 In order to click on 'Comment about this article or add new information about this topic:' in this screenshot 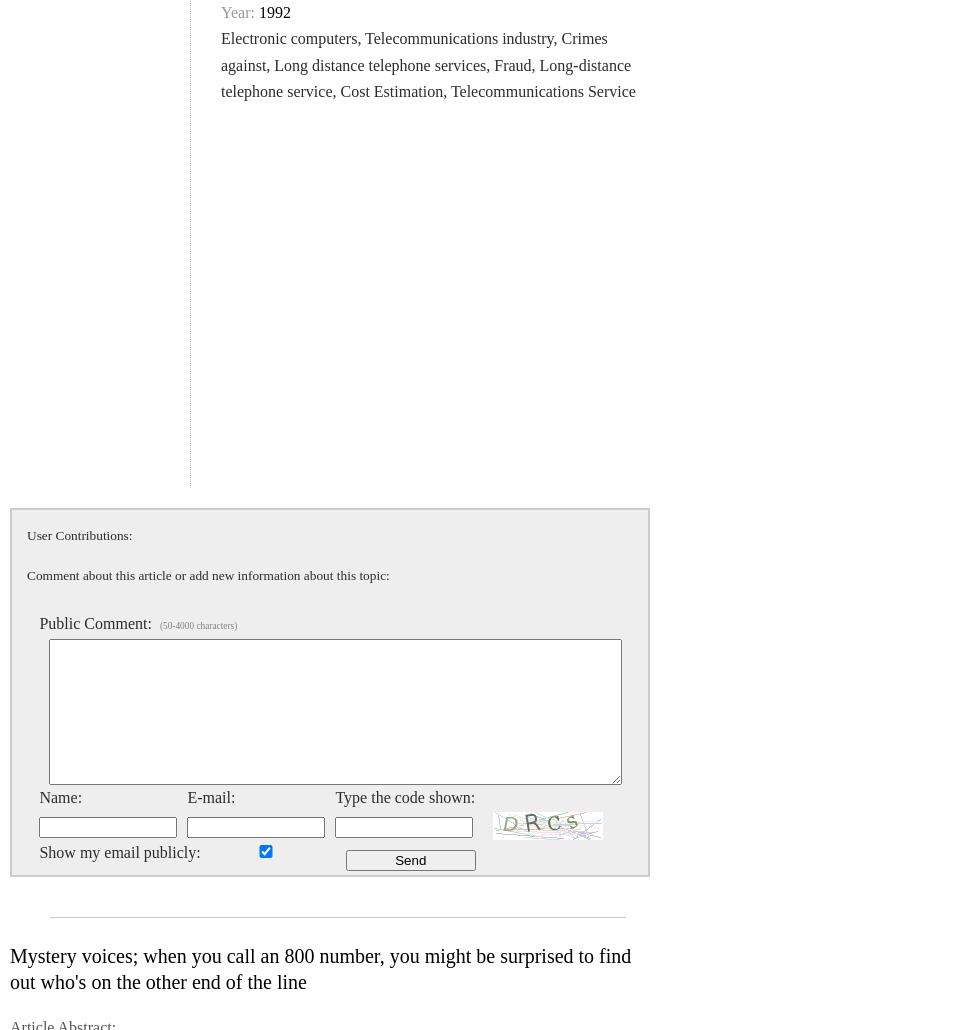, I will do `click(207, 575)`.